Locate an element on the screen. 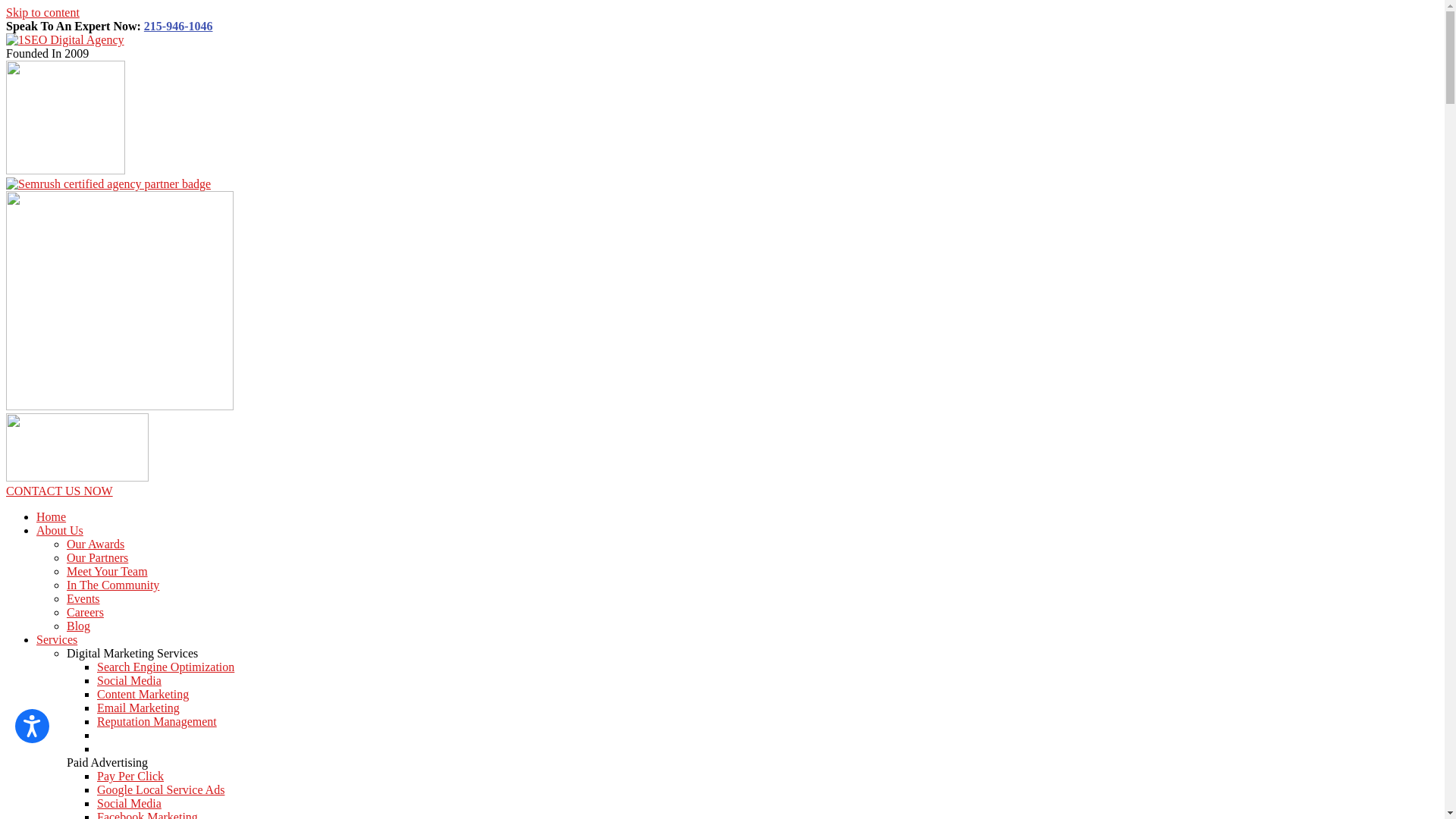  'Events' is located at coordinates (65, 598).